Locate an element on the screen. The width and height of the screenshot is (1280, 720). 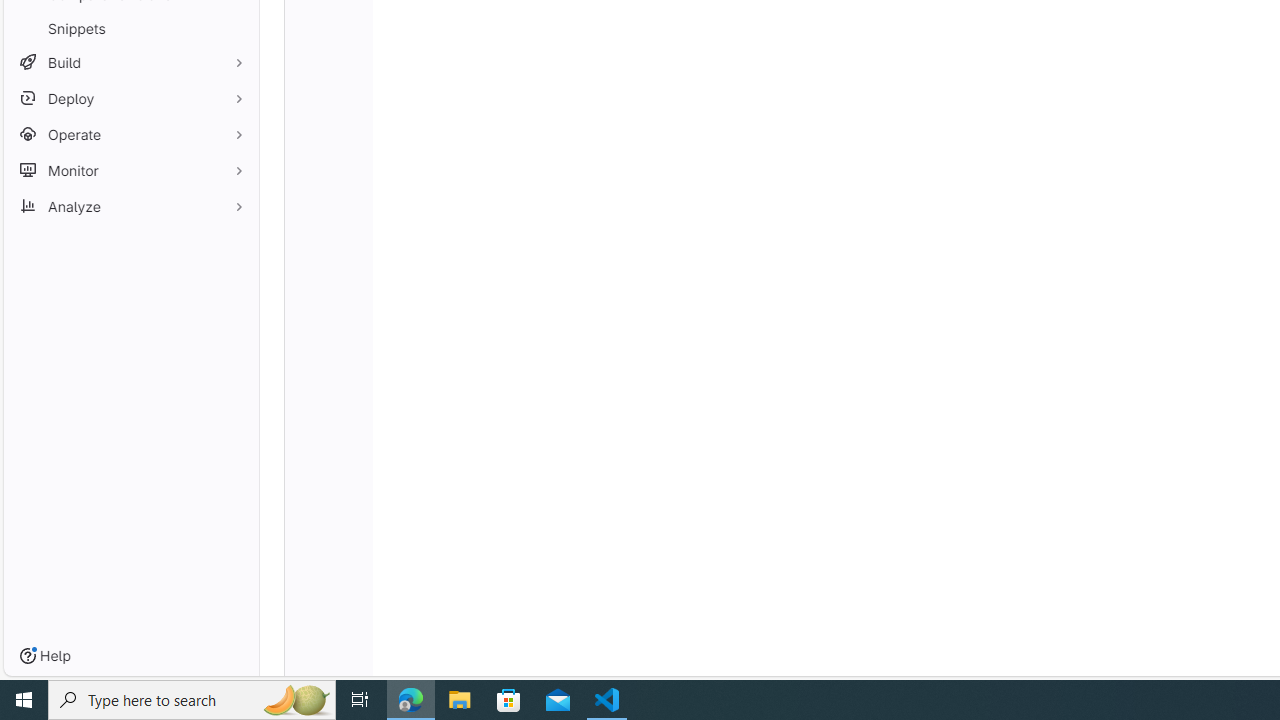
'Build' is located at coordinates (130, 61).